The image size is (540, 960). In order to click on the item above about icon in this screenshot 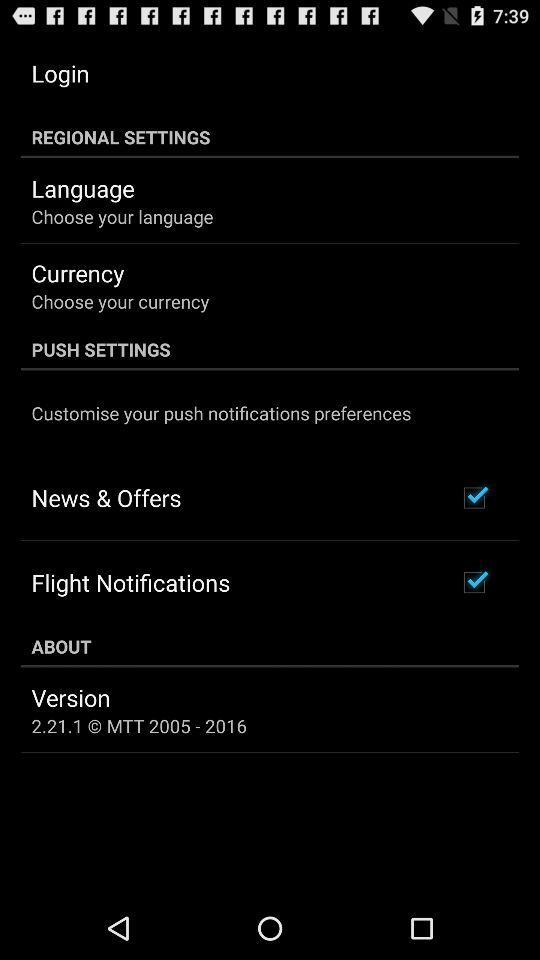, I will do `click(130, 582)`.